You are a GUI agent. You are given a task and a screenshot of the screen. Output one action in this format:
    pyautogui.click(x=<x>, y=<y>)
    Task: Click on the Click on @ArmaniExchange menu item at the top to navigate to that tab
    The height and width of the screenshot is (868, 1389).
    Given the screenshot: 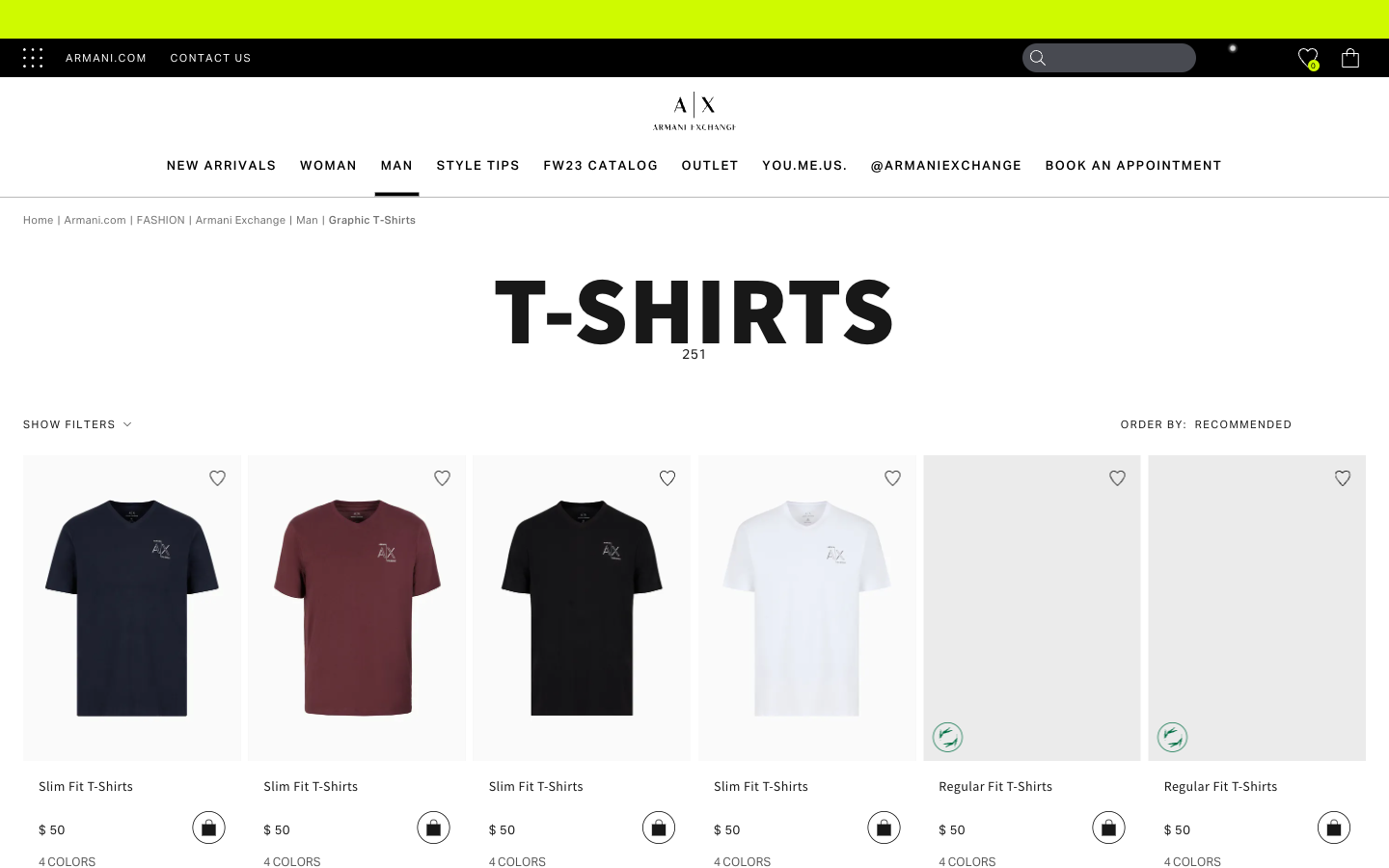 What is the action you would take?
    pyautogui.click(x=945, y=165)
    